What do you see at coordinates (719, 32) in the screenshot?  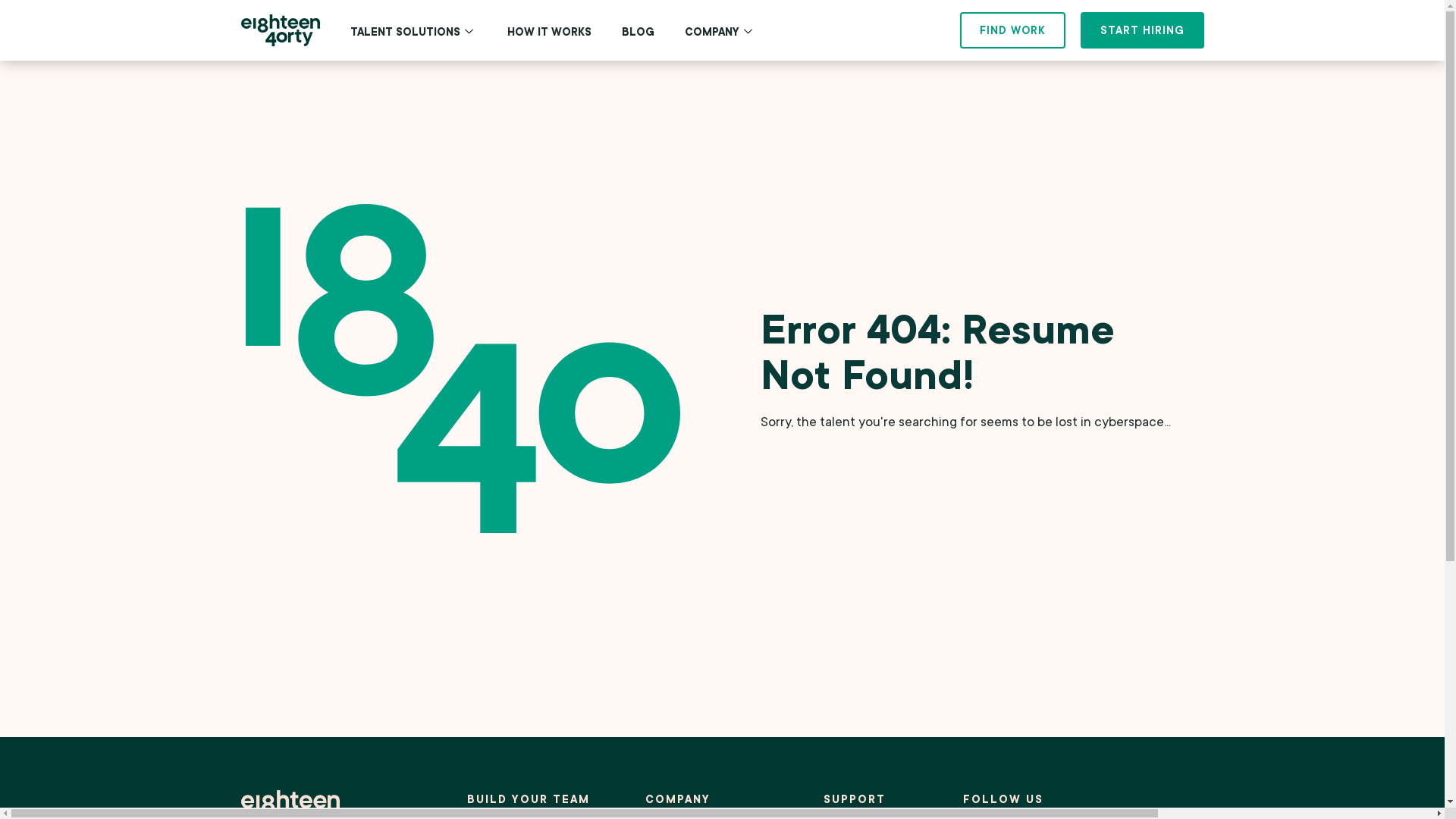 I see `'COMPANY'` at bounding box center [719, 32].